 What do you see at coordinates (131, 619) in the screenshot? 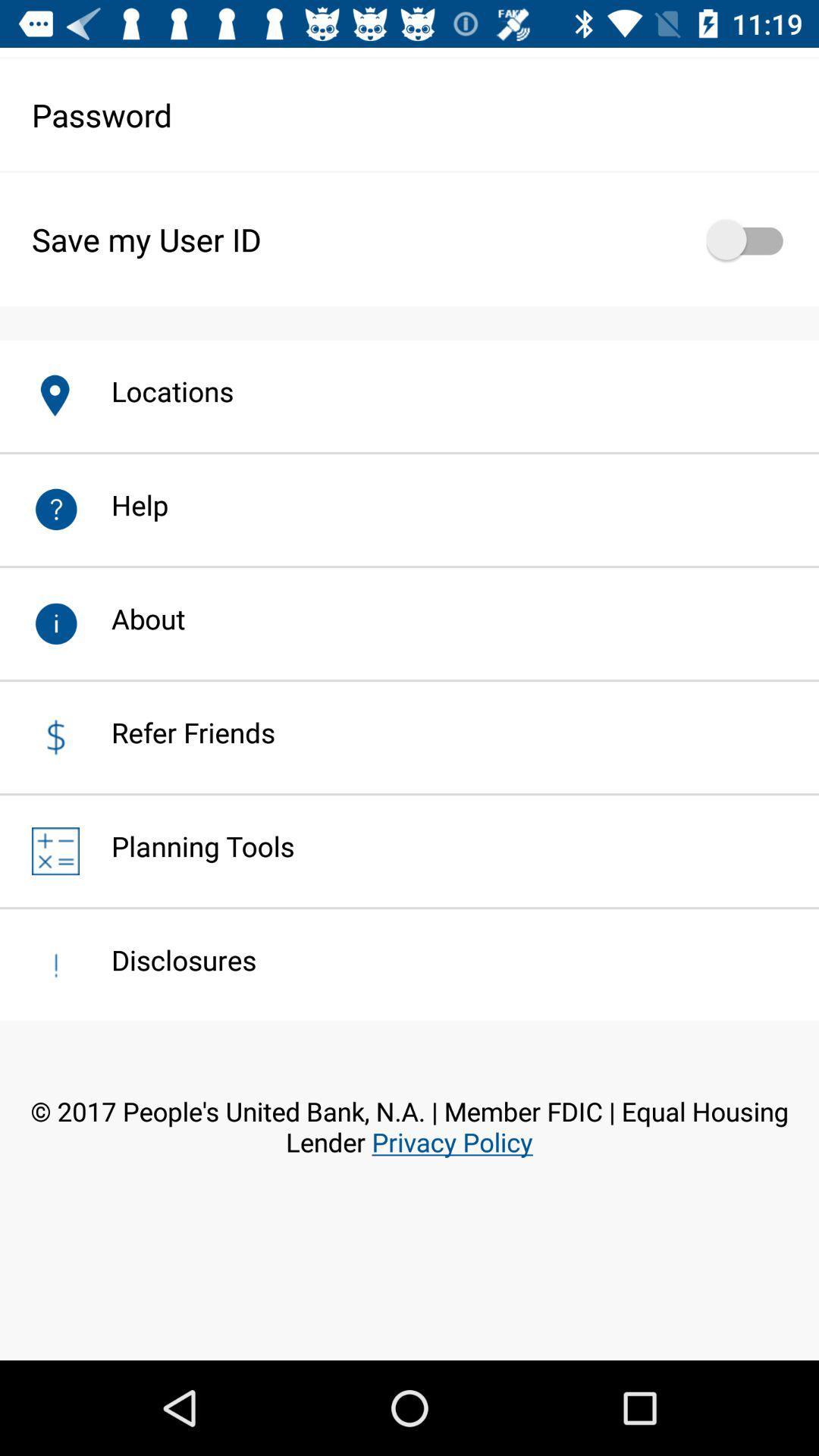
I see `about item` at bounding box center [131, 619].